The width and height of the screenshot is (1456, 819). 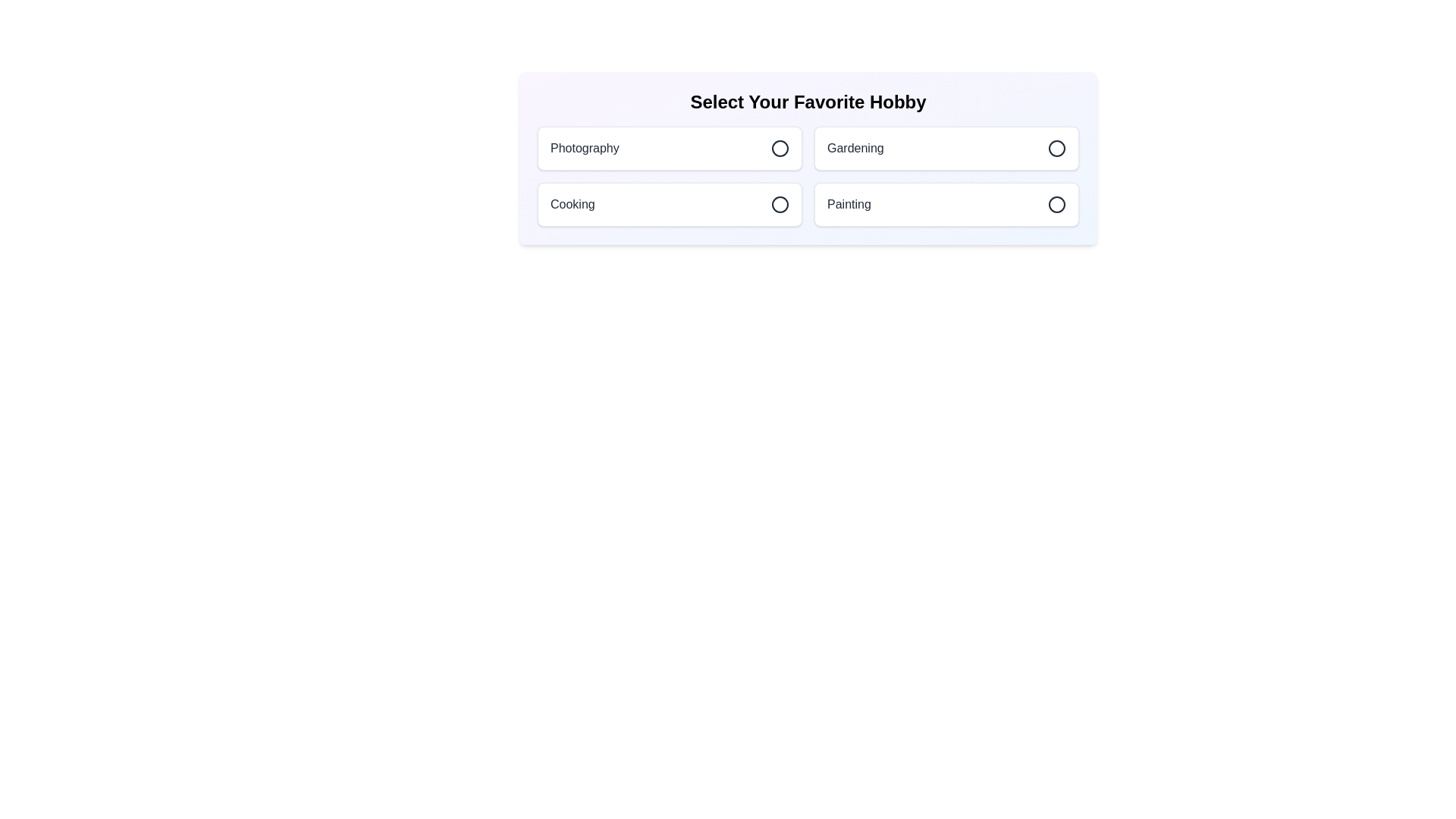 I want to click on the inner circle of the radio button associated with the 'Painting' option, located in the bottom-right corner of its selection box, so click(x=1056, y=205).